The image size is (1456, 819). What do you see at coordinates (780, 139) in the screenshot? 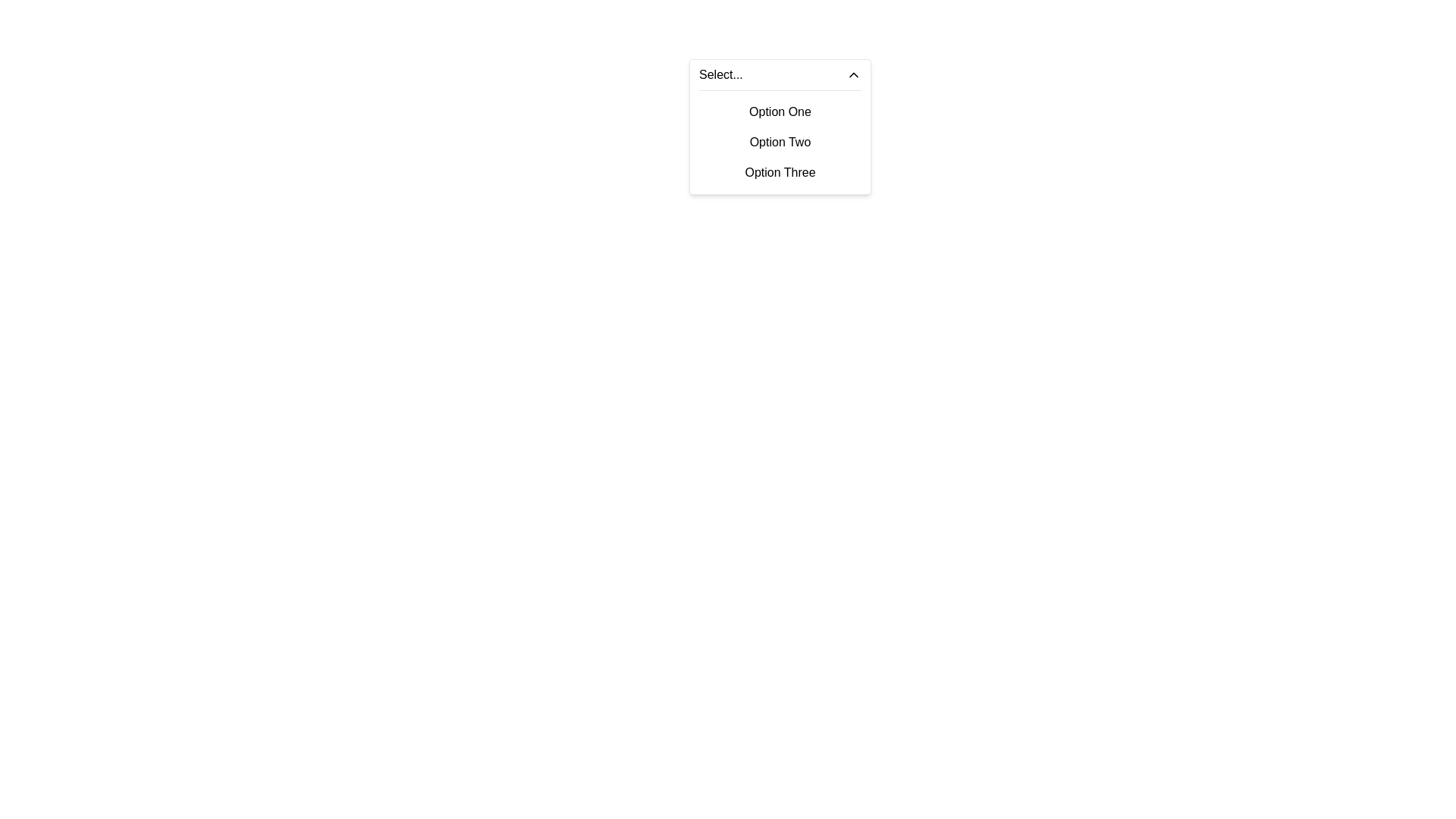
I see `the dropdown menu option located directly below the 'Select...' button` at bounding box center [780, 139].